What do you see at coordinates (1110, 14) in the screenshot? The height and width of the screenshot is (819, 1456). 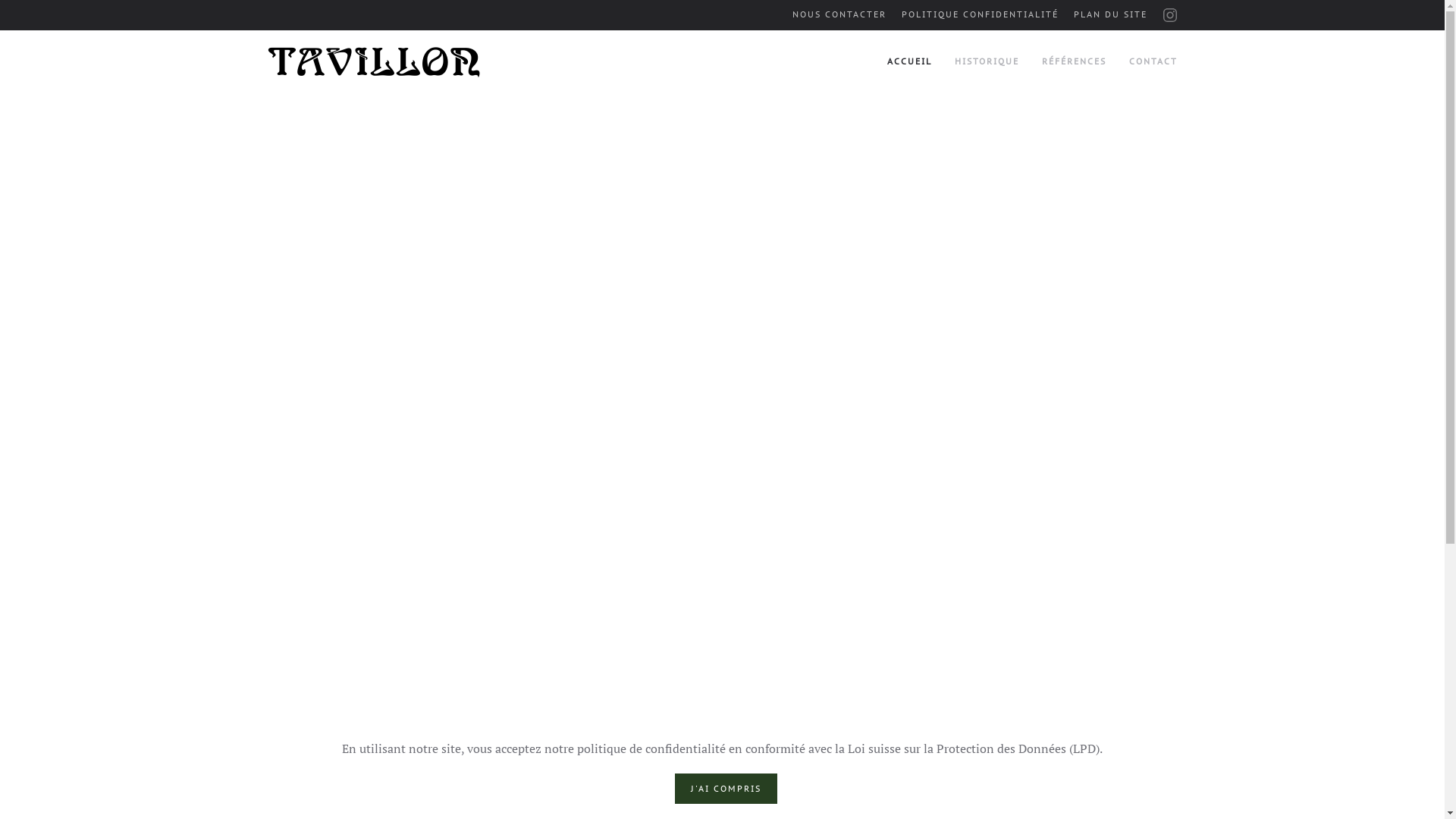 I see `'PLAN DU SITE'` at bounding box center [1110, 14].